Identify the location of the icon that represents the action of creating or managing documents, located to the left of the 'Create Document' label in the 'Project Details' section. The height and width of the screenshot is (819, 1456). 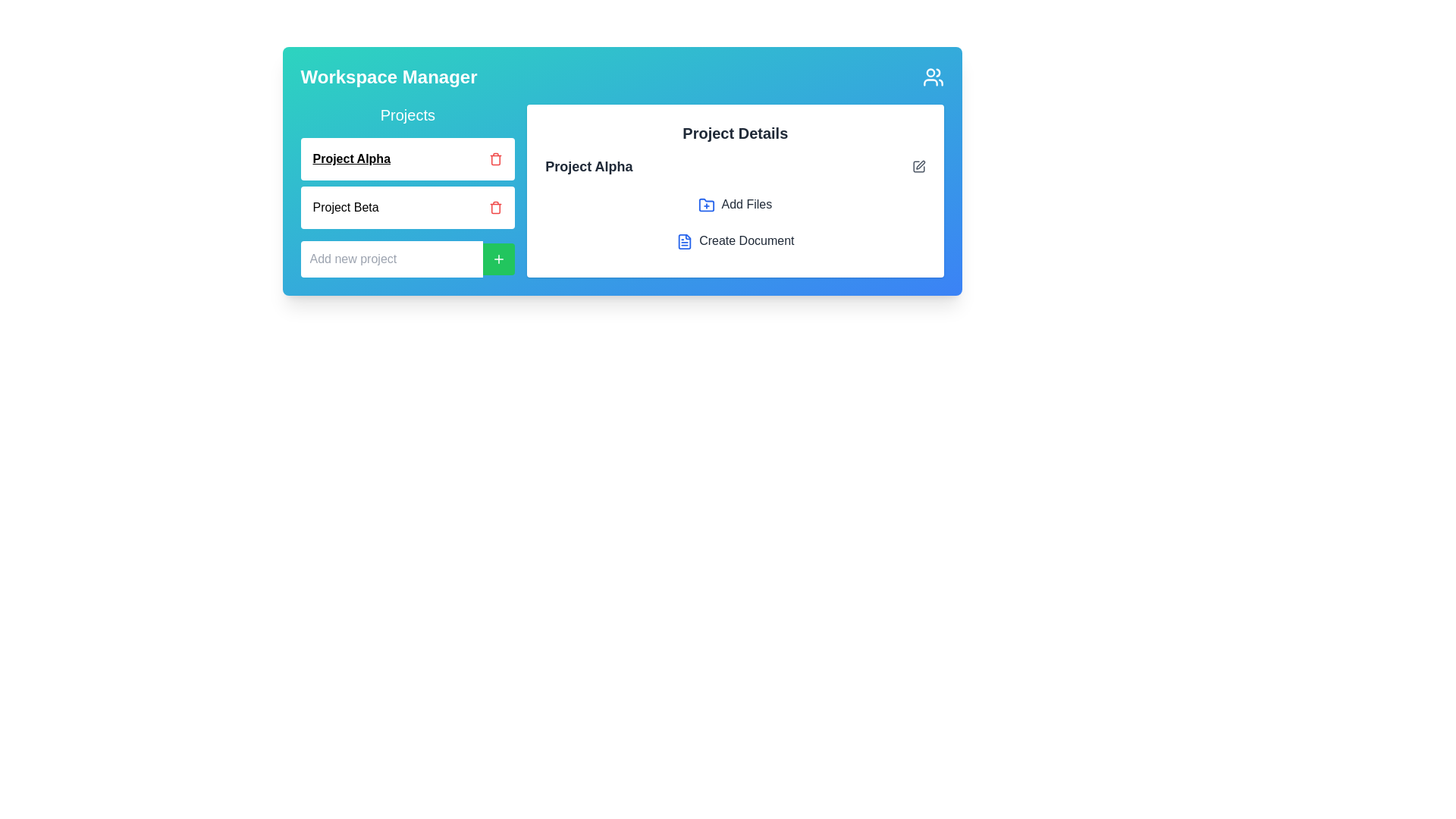
(684, 240).